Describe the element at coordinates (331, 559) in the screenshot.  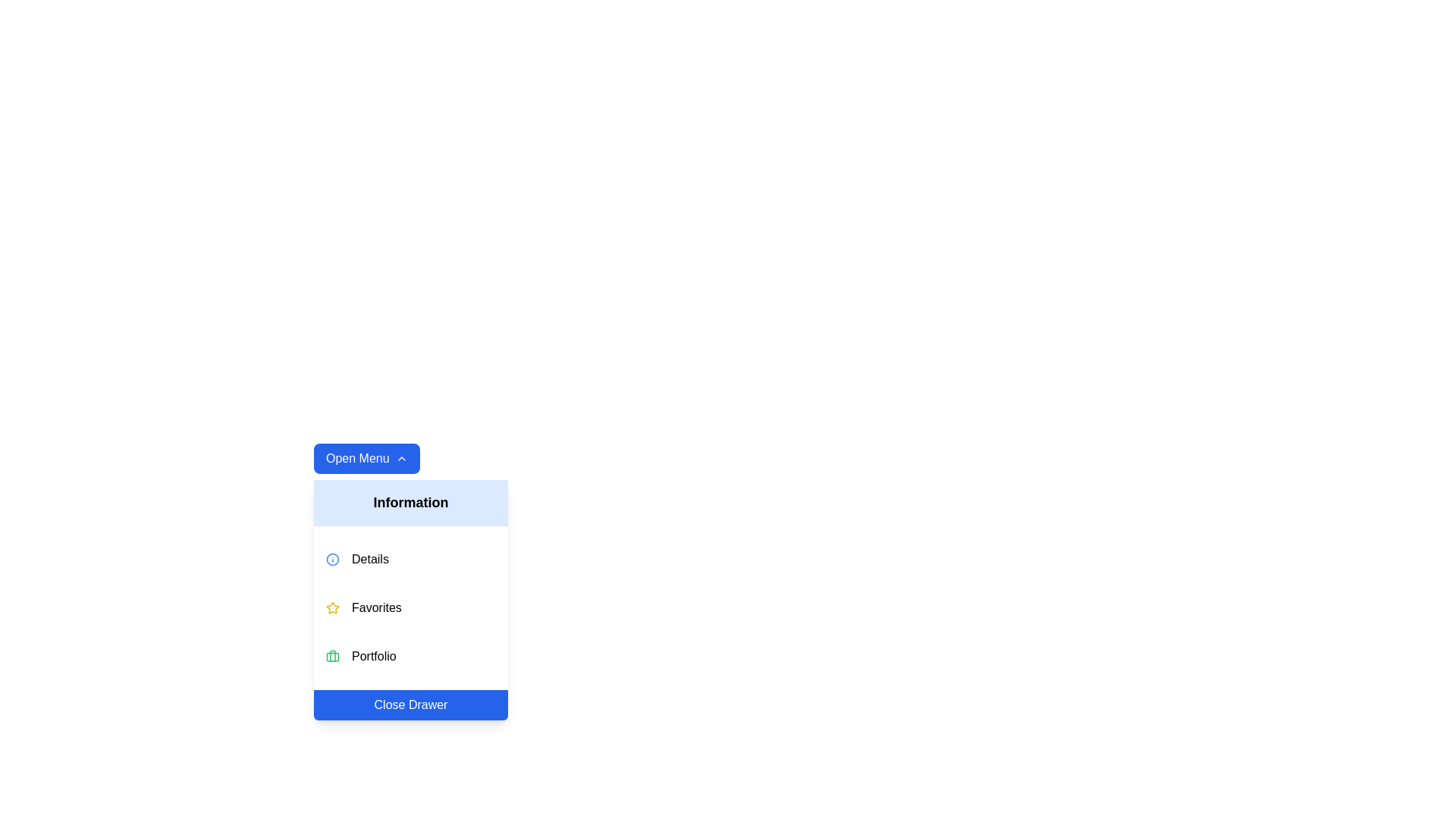
I see `the information icon` at that location.